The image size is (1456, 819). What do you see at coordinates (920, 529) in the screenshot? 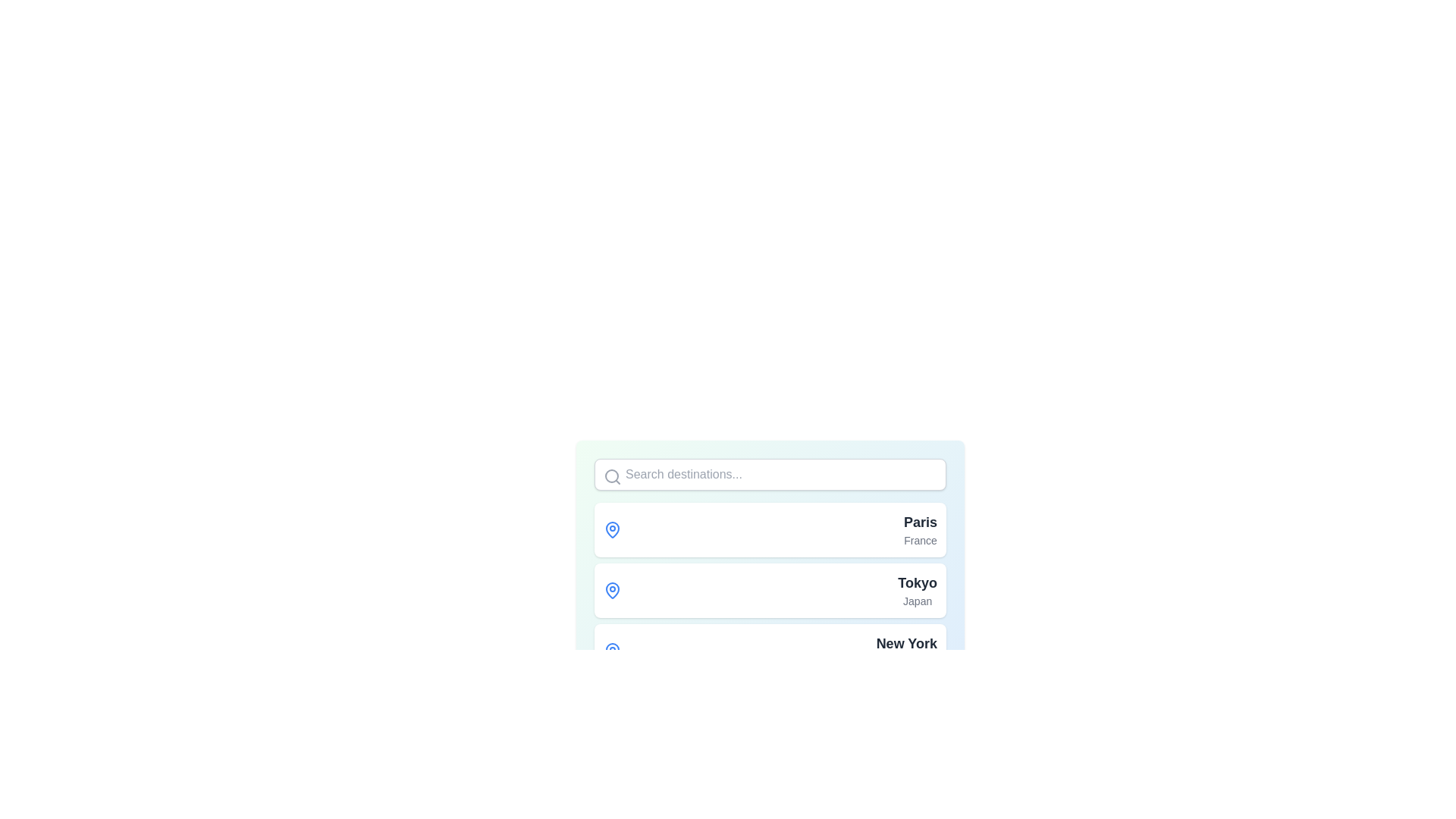
I see `to select the city-country pair text element displaying 'Paris' above 'France', which is centrally aligned in a white background and located in the right portion of the interface` at bounding box center [920, 529].